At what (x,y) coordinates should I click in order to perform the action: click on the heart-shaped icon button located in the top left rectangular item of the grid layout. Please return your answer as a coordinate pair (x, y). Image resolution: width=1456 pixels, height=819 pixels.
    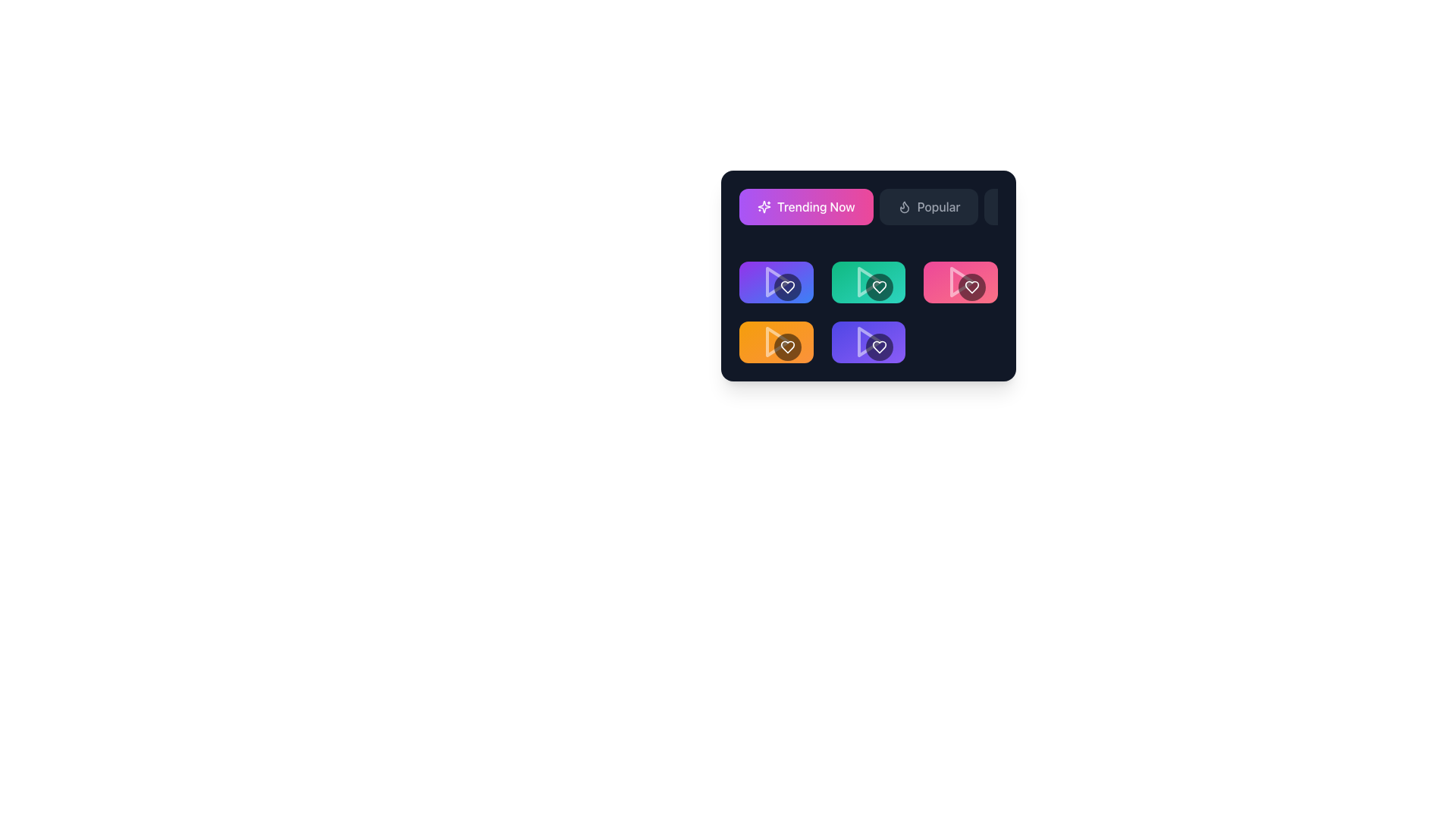
    Looking at the image, I should click on (787, 287).